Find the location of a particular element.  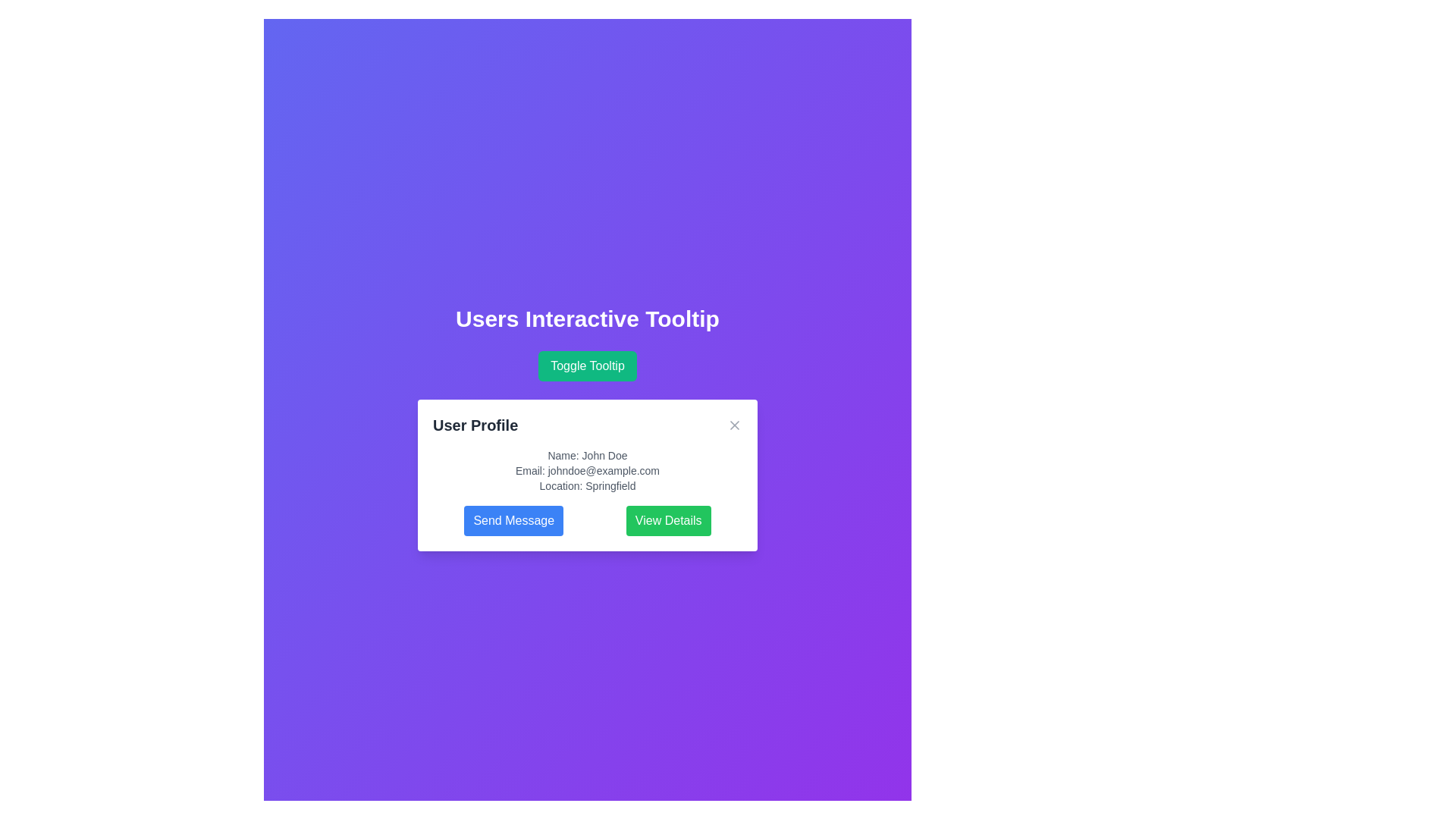

the text label that reads 'Name: John Doe', which is the first line in the user profile section above the email details is located at coordinates (586, 455).